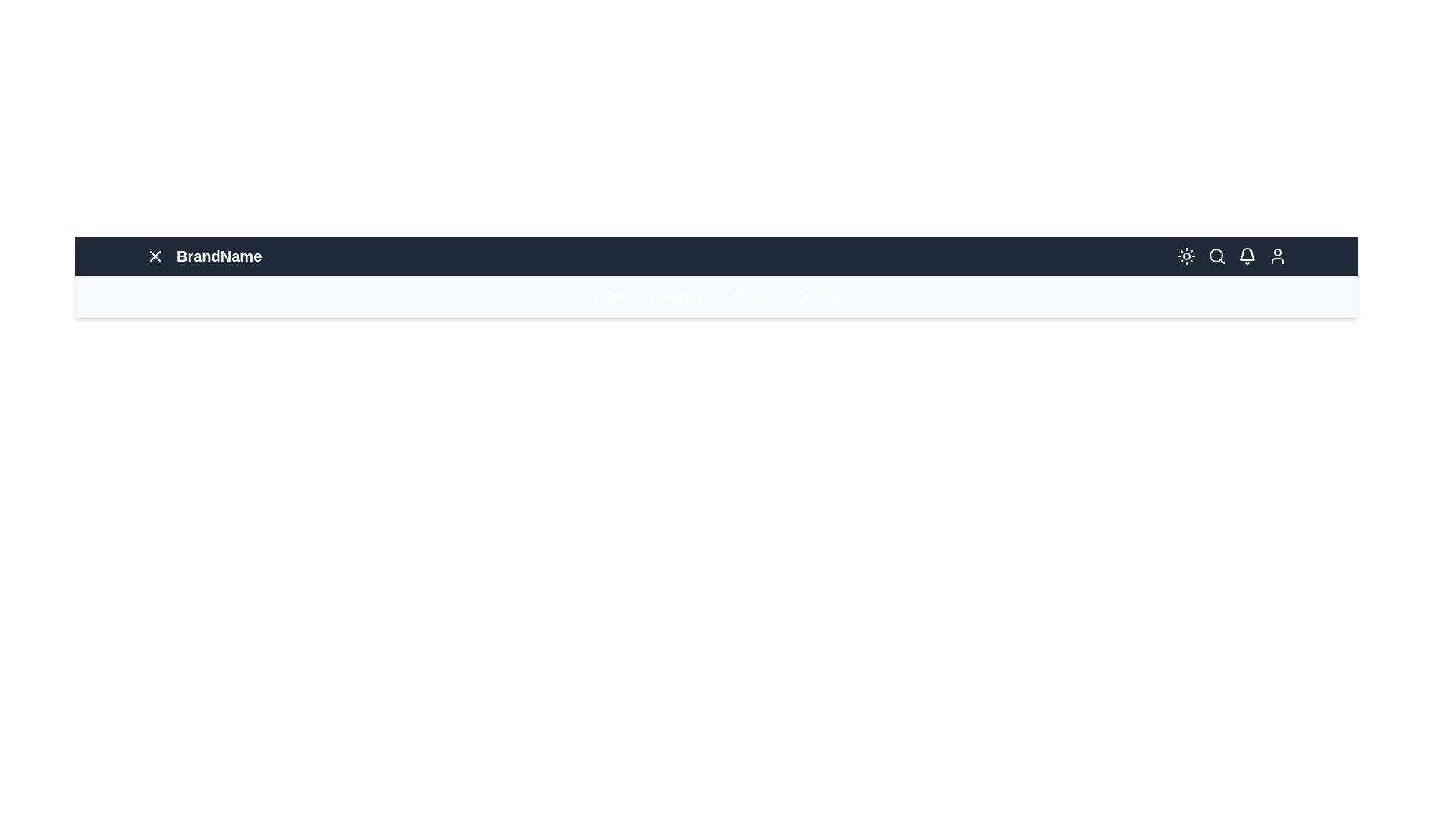 The height and width of the screenshot is (819, 1456). I want to click on the menu item labeled Contact to navigate to the corresponding section, so click(815, 297).